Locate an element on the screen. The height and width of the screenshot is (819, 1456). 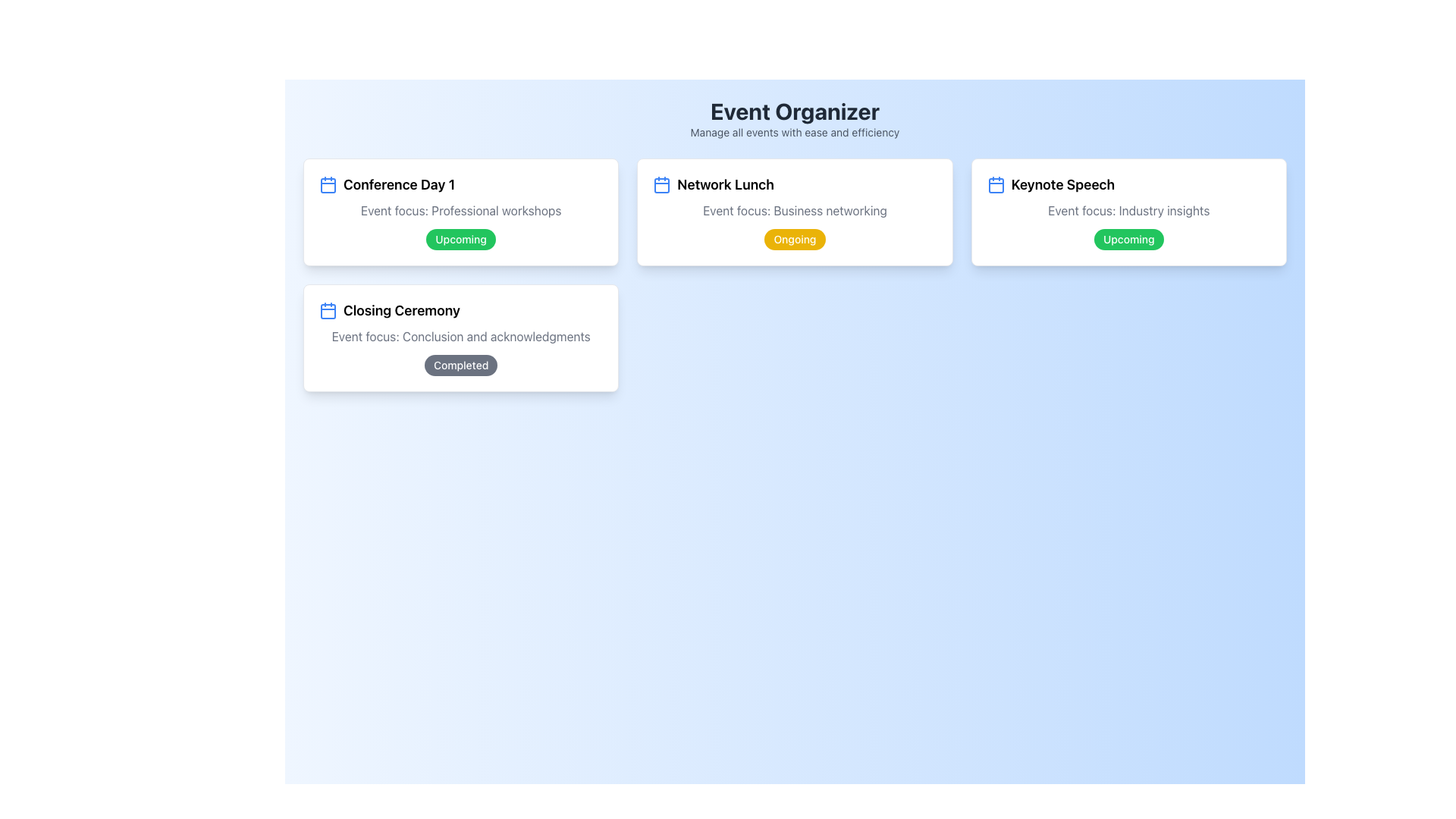
the status badge indicating an upcoming event located at the bottom-right corner of the 'Conference Day 1' card, below the text 'Event focus: Professional workshops' is located at coordinates (460, 239).